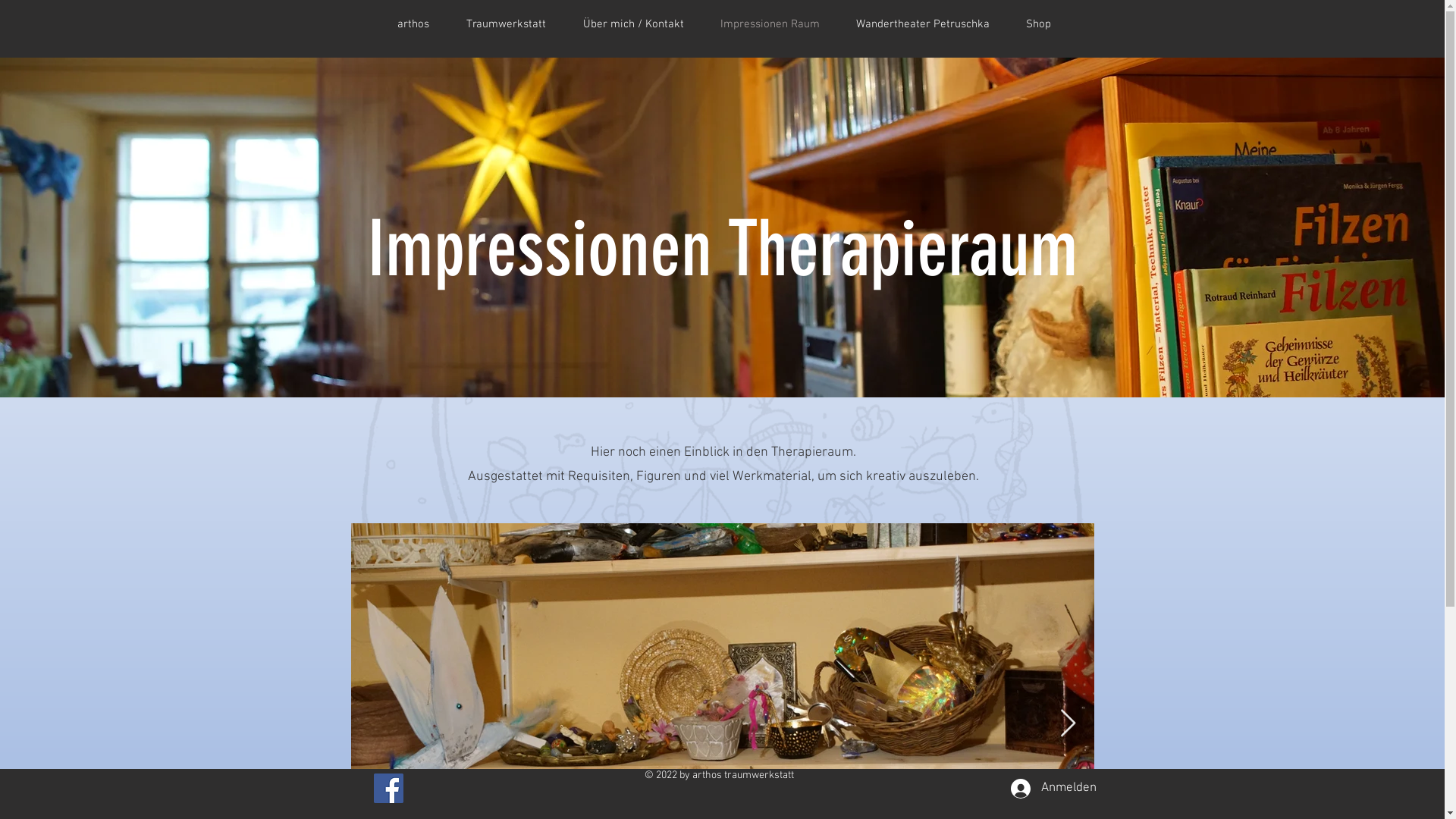 This screenshot has height=819, width=1456. I want to click on 'Wandertheater Petruschka', so click(836, 24).